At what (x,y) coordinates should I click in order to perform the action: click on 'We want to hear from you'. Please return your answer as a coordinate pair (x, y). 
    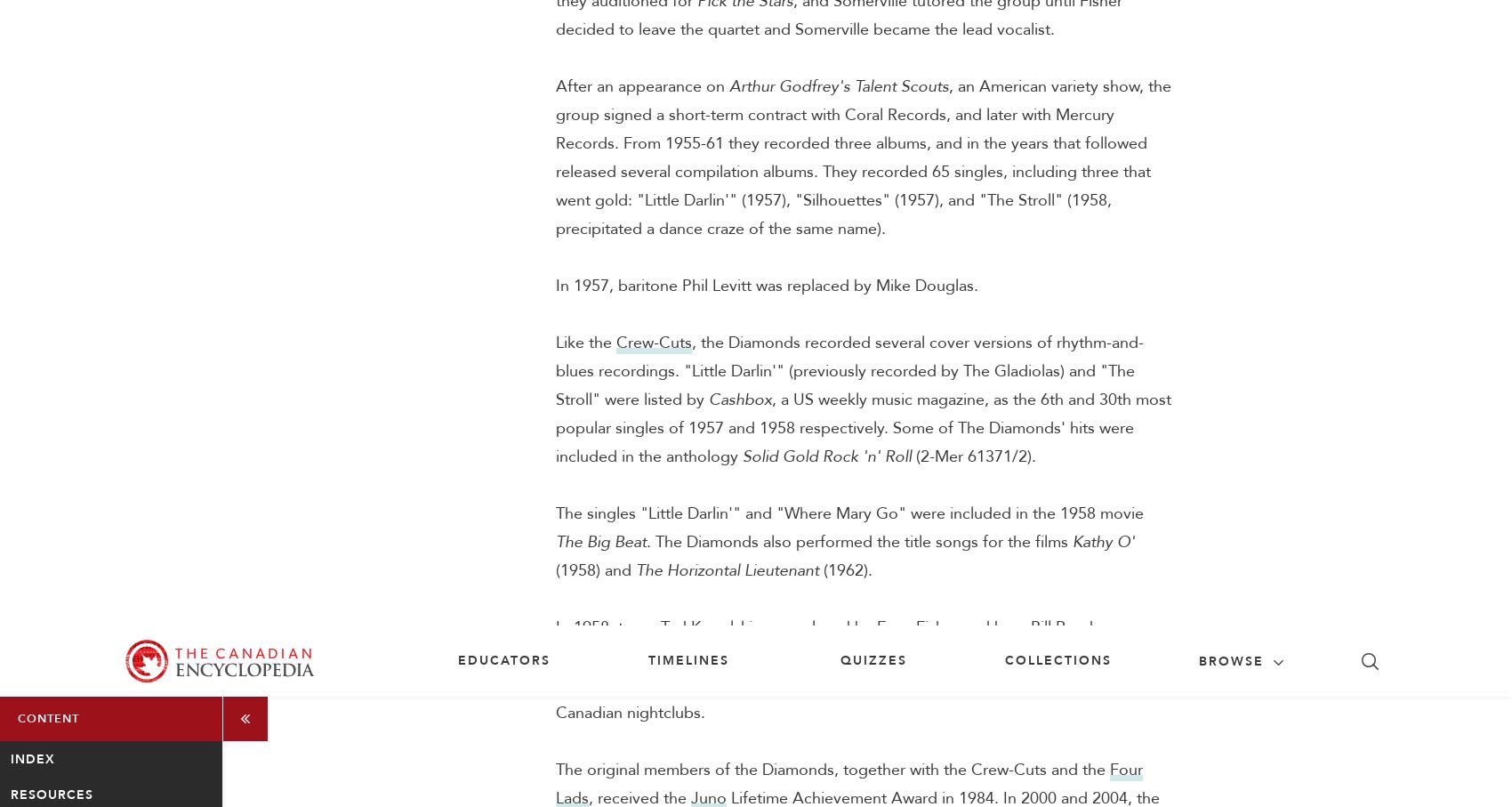
    Looking at the image, I should click on (435, 602).